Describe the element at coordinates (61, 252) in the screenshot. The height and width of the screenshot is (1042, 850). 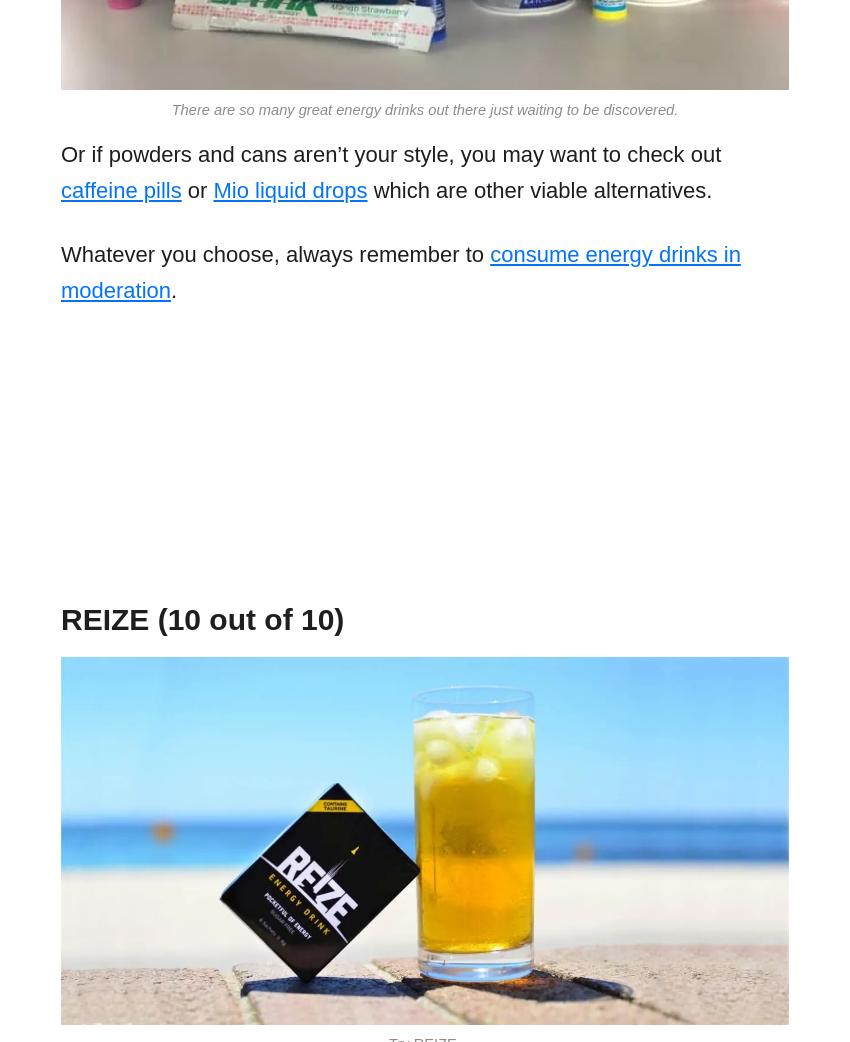
I see `'Whatever you choose, always remember to'` at that location.